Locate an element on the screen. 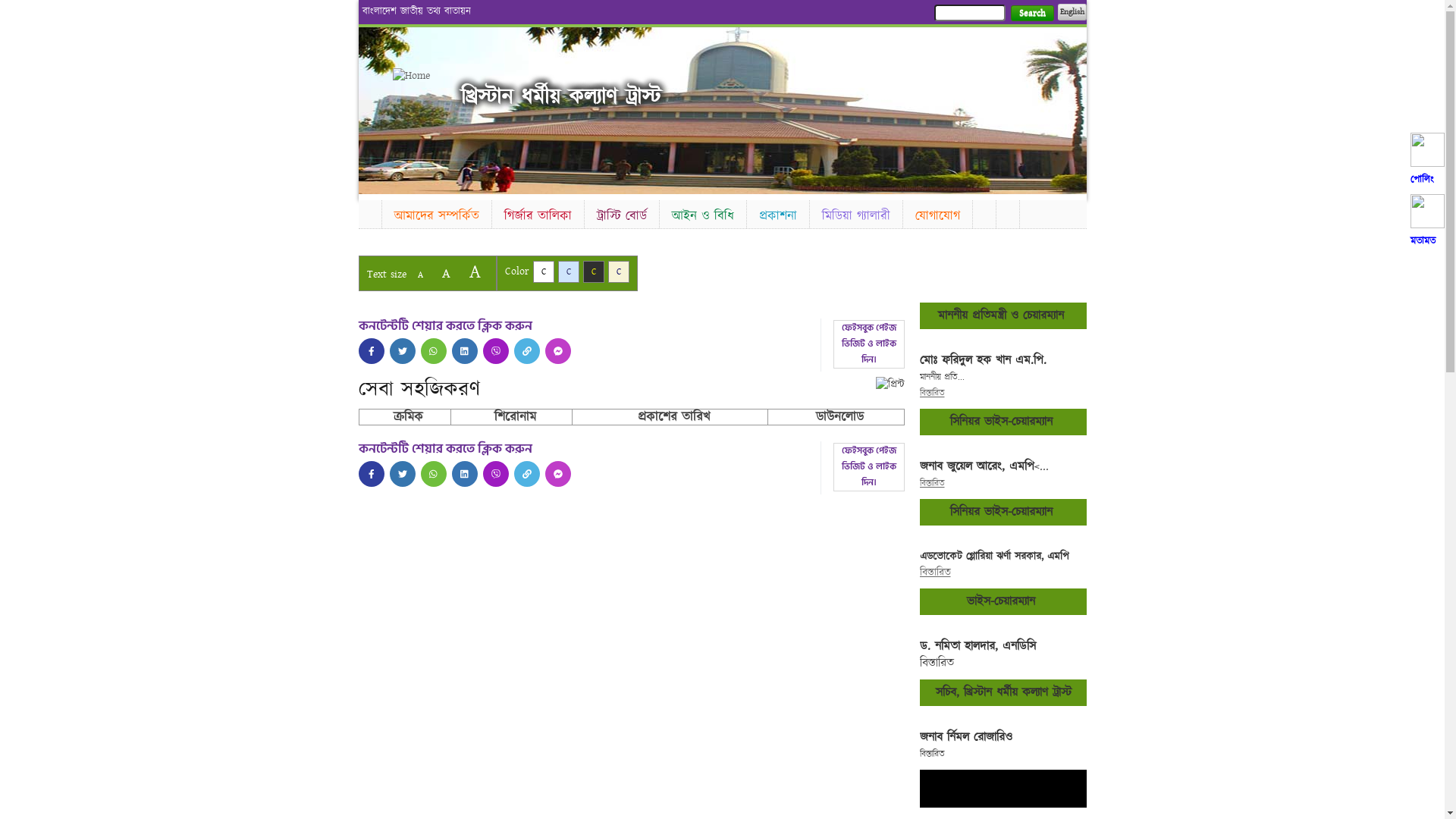  'C' is located at coordinates (567, 271).